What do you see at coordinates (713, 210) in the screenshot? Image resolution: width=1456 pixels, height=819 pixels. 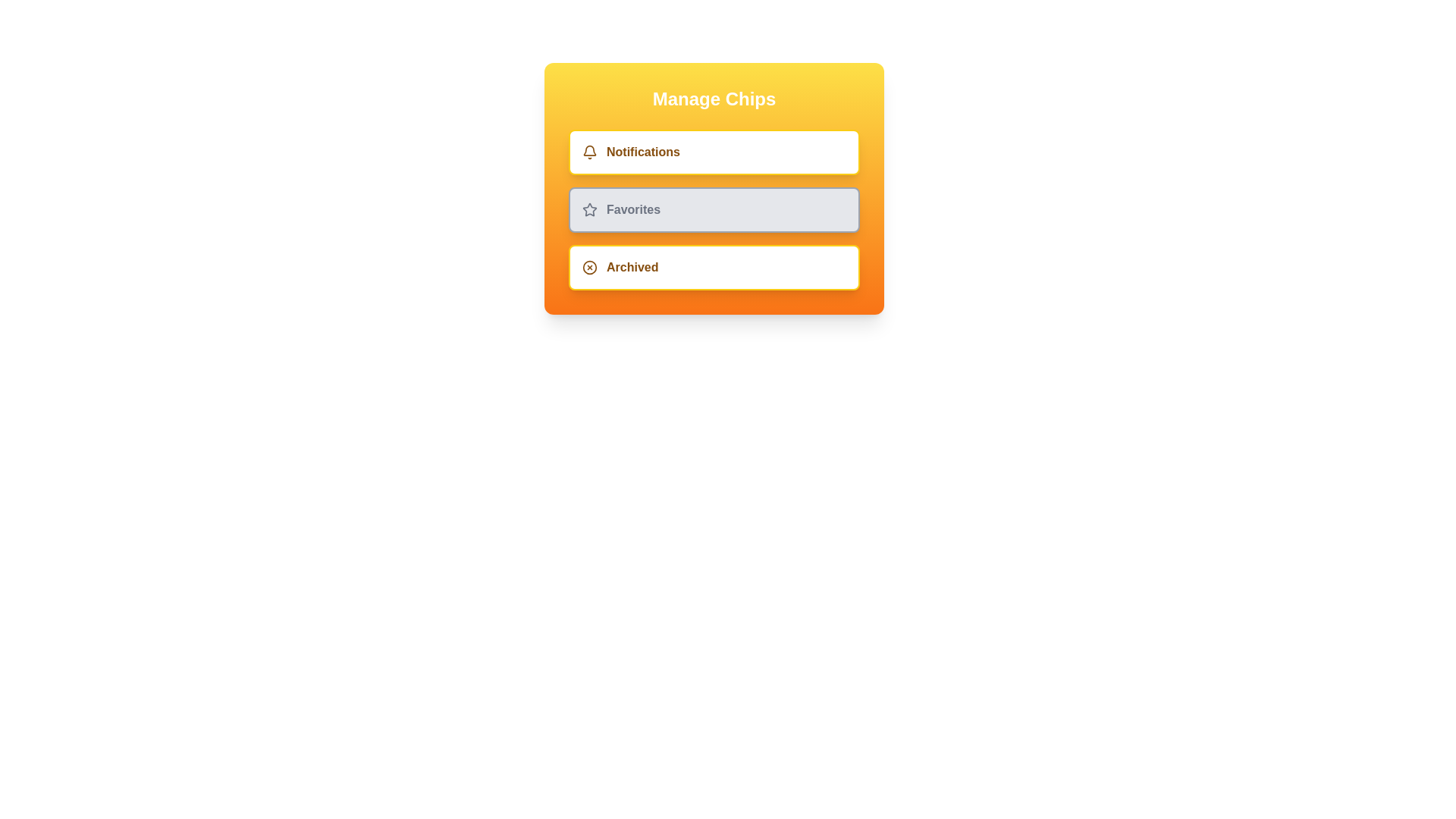 I see `the chip labeled Favorites to explore its hover effect` at bounding box center [713, 210].